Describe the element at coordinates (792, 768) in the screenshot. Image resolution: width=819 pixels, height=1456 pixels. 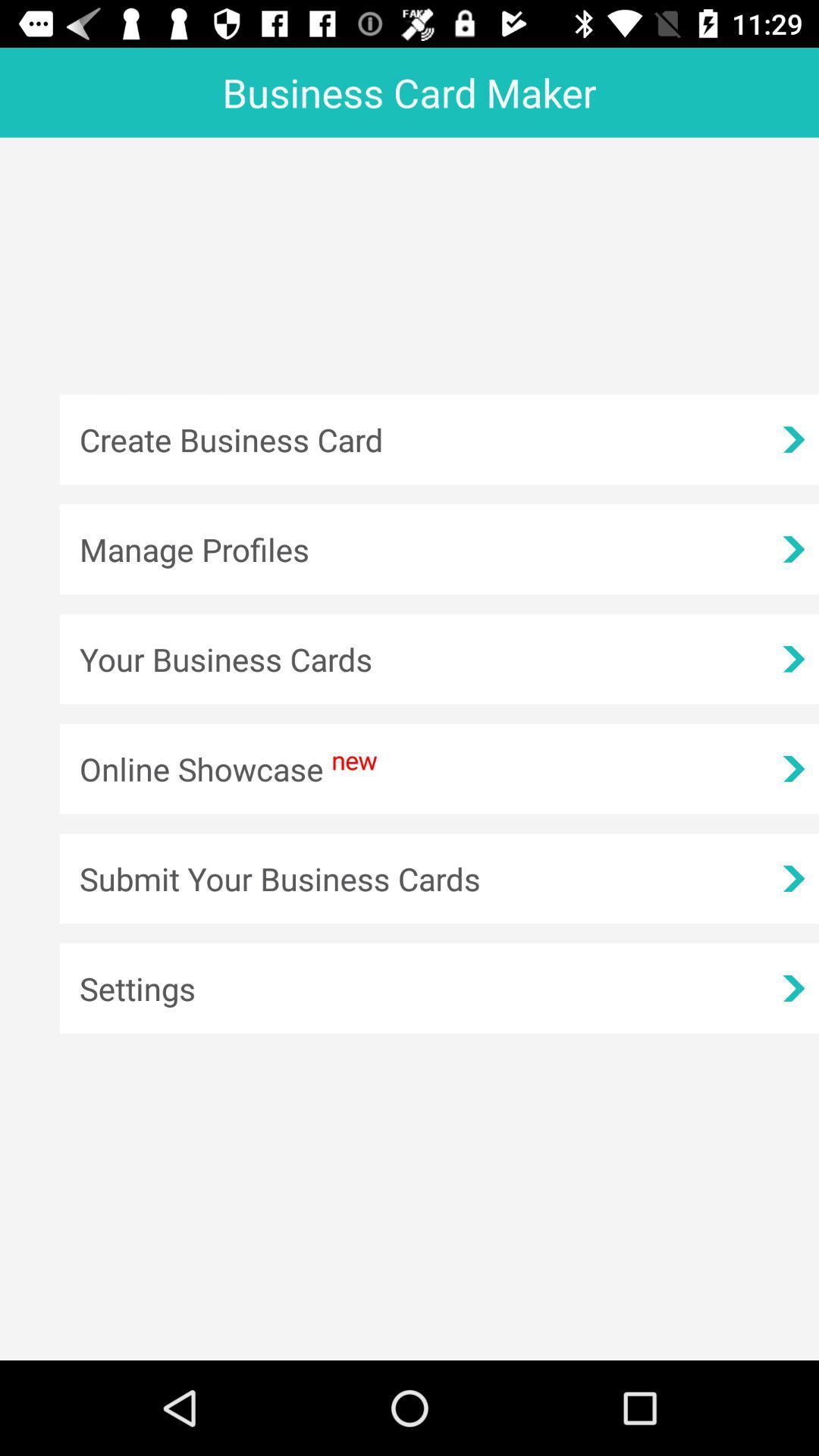
I see `the fourth arrow which is below the text your business cards` at that location.